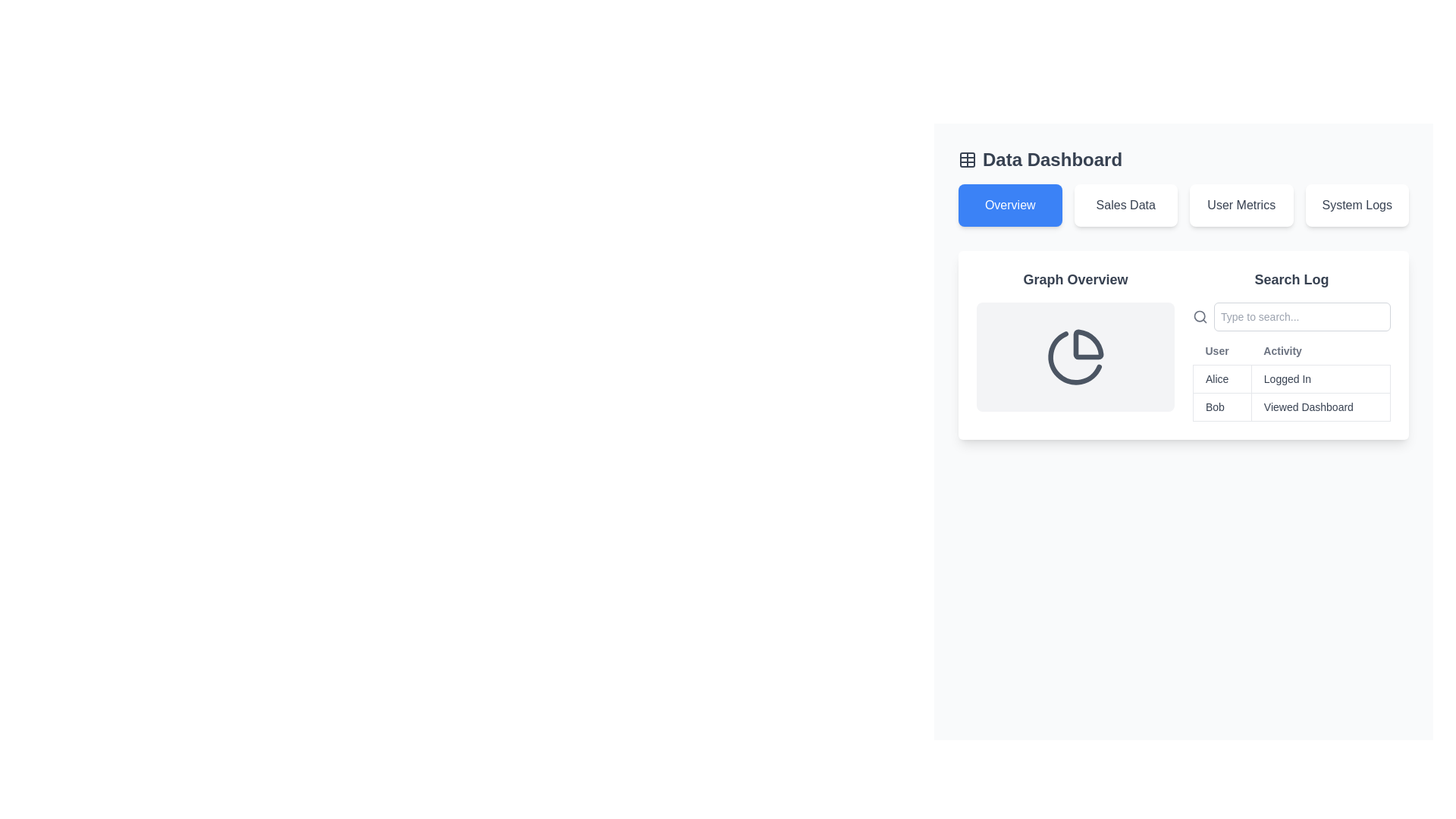 The height and width of the screenshot is (819, 1456). Describe the element at coordinates (1319, 406) in the screenshot. I see `the text field displaying the activity record for user 'Bob' noting 'Viewed Dashboard', located in the 'Activity' column of the 'Search Log' section` at that location.